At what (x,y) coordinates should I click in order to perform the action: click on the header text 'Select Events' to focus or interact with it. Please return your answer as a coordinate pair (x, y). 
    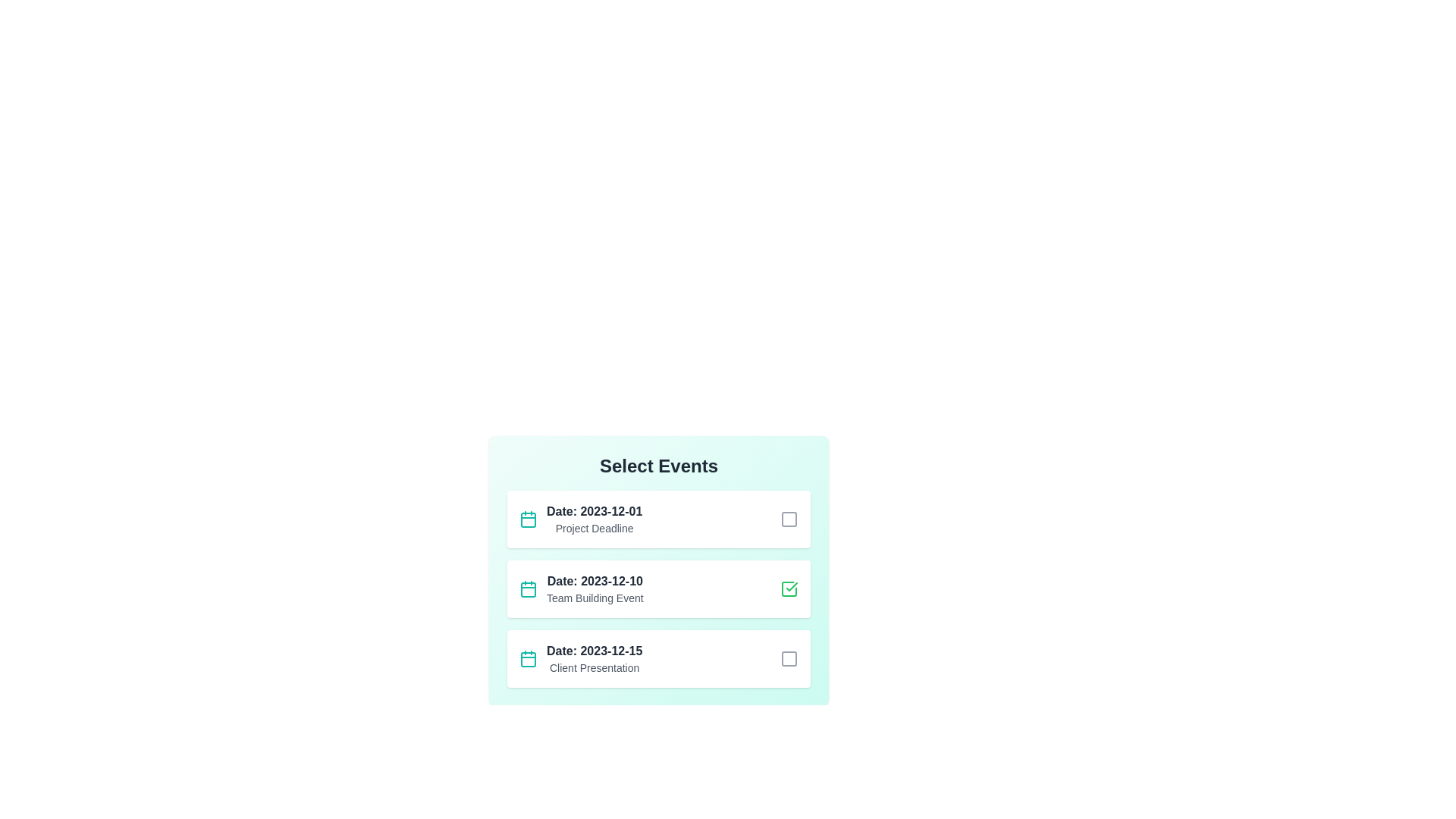
    Looking at the image, I should click on (658, 465).